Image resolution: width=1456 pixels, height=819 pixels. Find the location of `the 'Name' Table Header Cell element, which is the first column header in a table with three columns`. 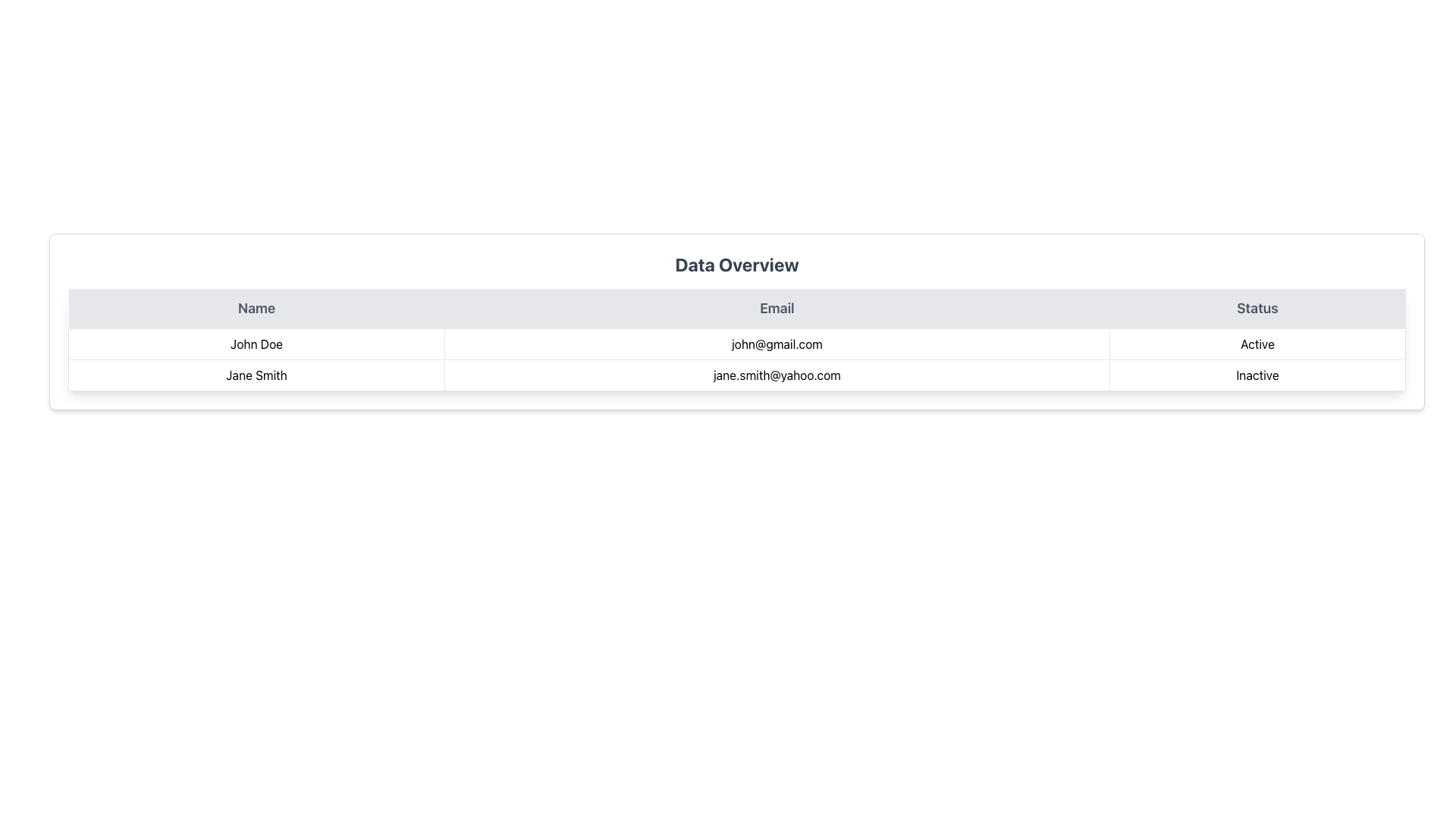

the 'Name' Table Header Cell element, which is the first column header in a table with three columns is located at coordinates (256, 308).